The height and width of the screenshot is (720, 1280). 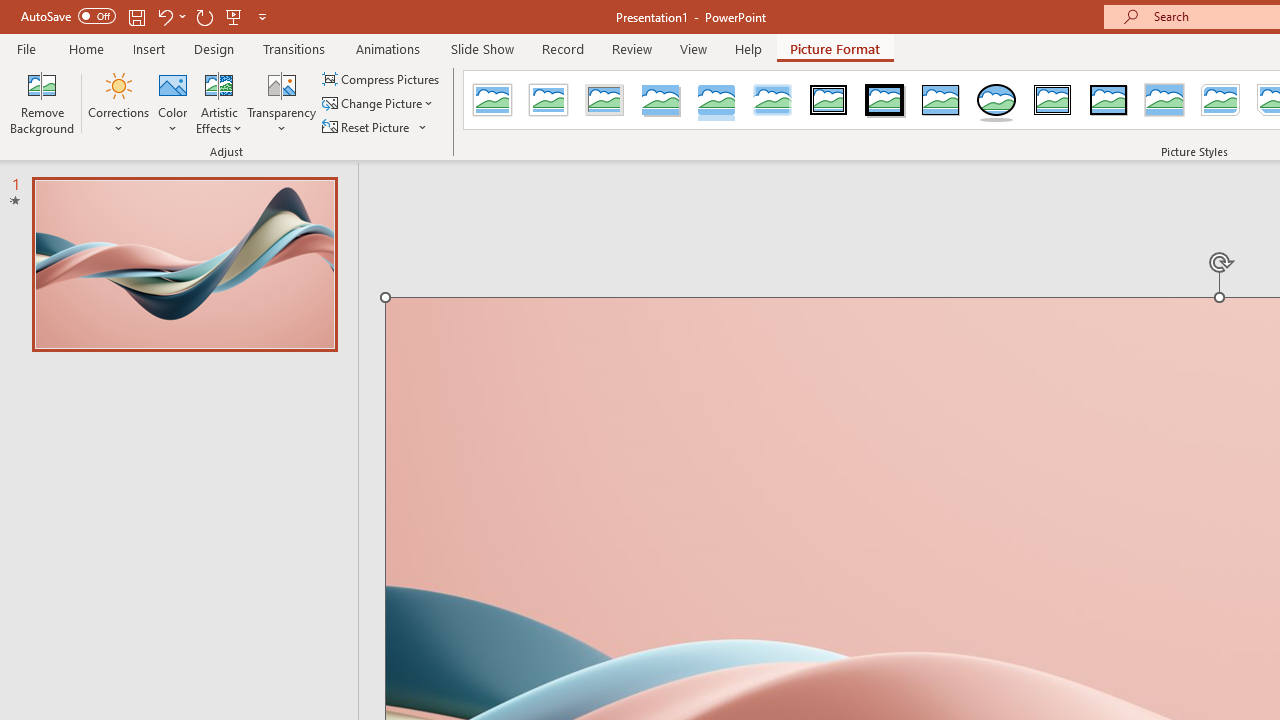 I want to click on 'Redo', so click(x=204, y=16).